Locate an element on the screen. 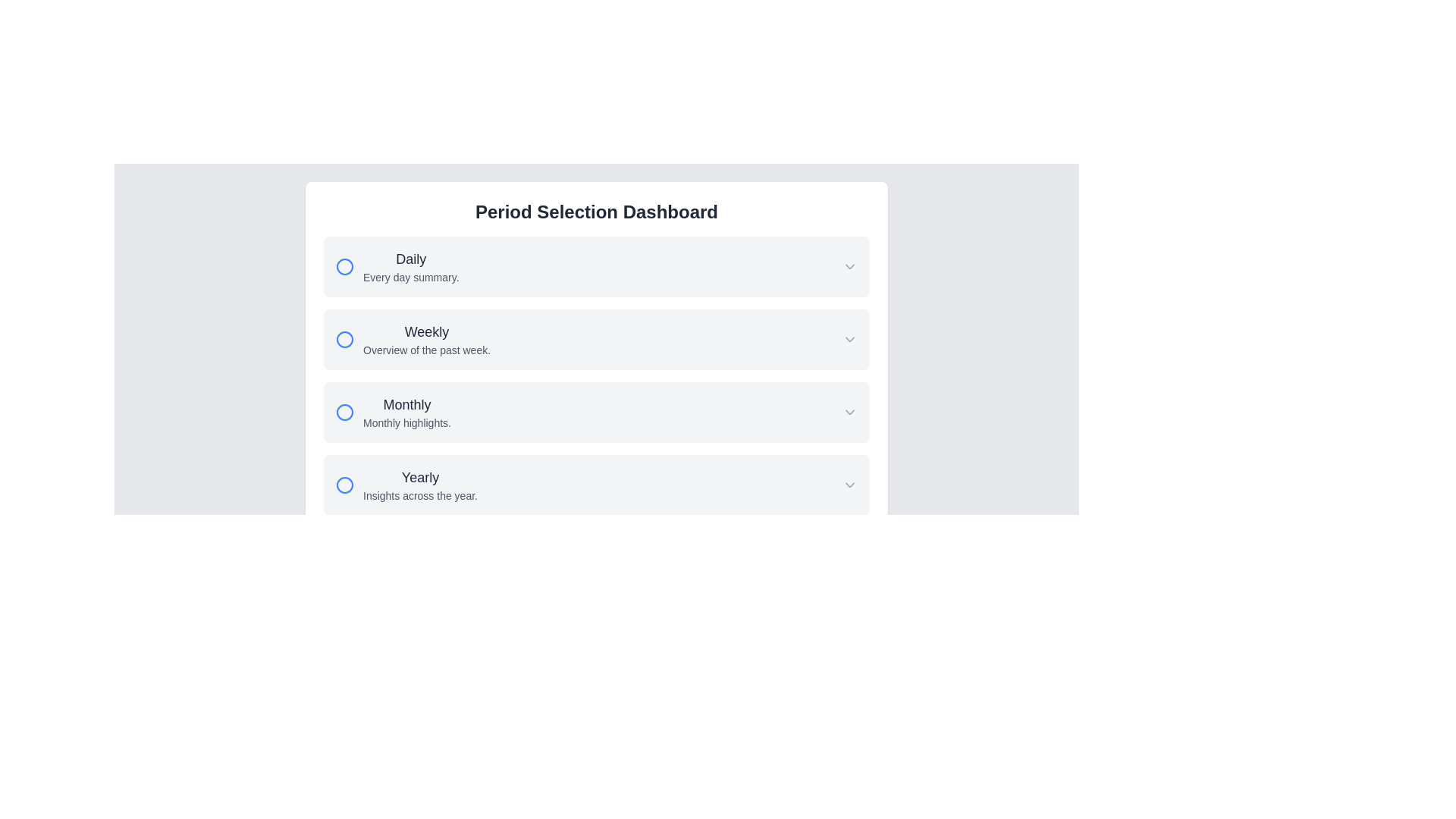 The width and height of the screenshot is (1456, 819). the circular radio button with a blue border and solid white center adjacent to the 'Monthly' label in the 'Period Selection Dashboard' interface is located at coordinates (344, 412).